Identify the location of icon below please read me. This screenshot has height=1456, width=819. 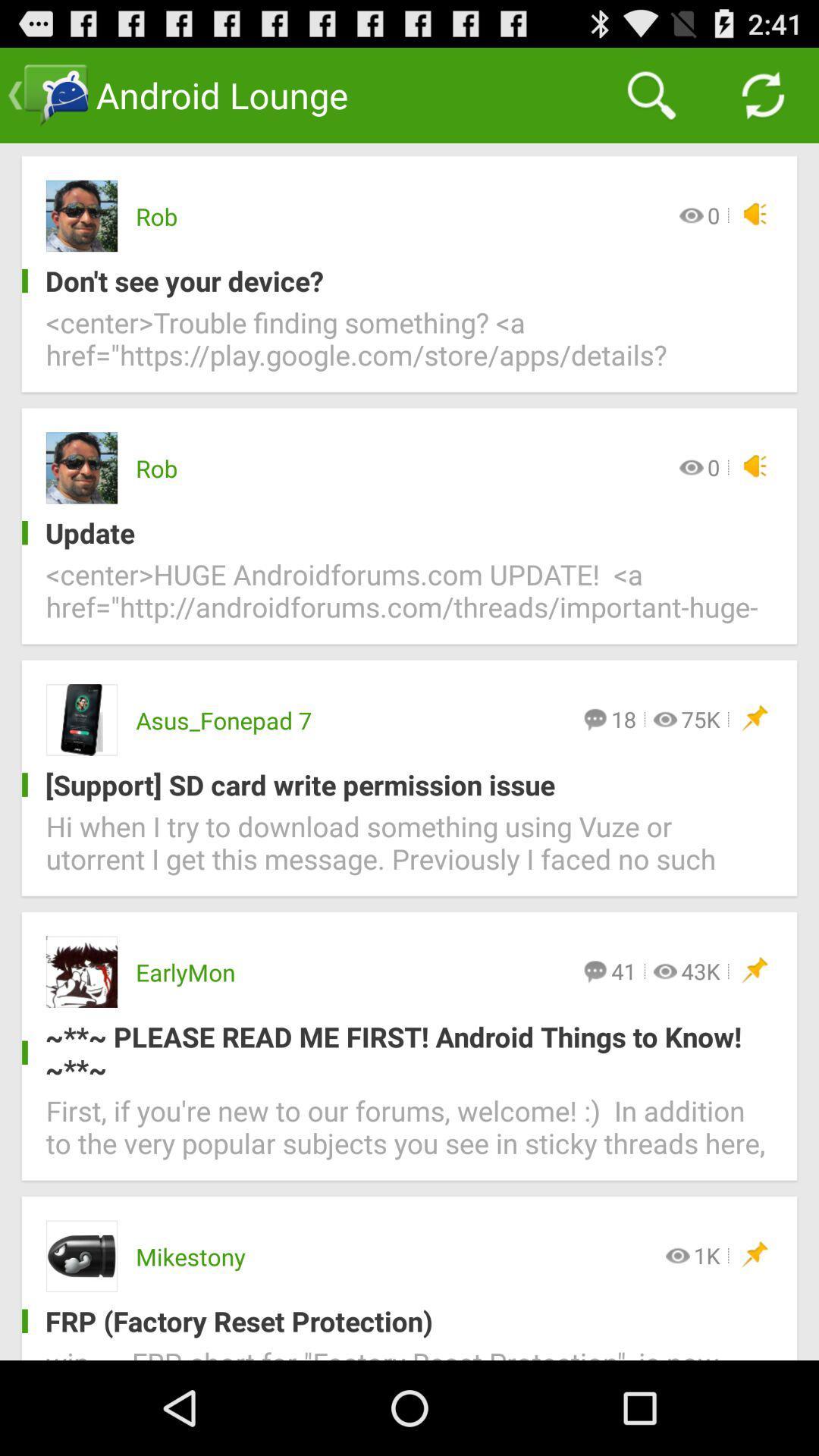
(409, 1136).